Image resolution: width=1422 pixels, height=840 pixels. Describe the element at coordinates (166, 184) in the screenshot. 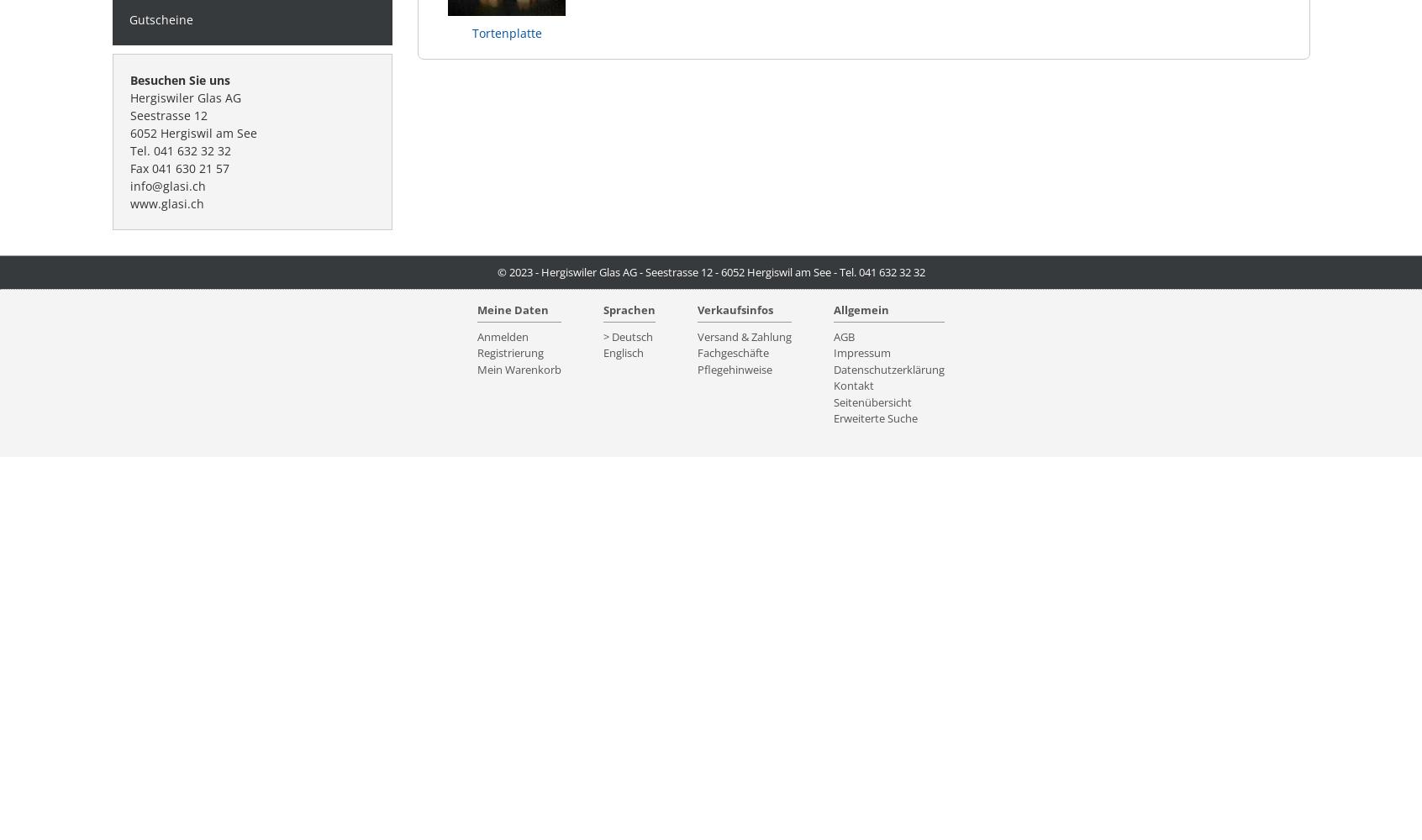

I see `'info@glasi.ch'` at that location.